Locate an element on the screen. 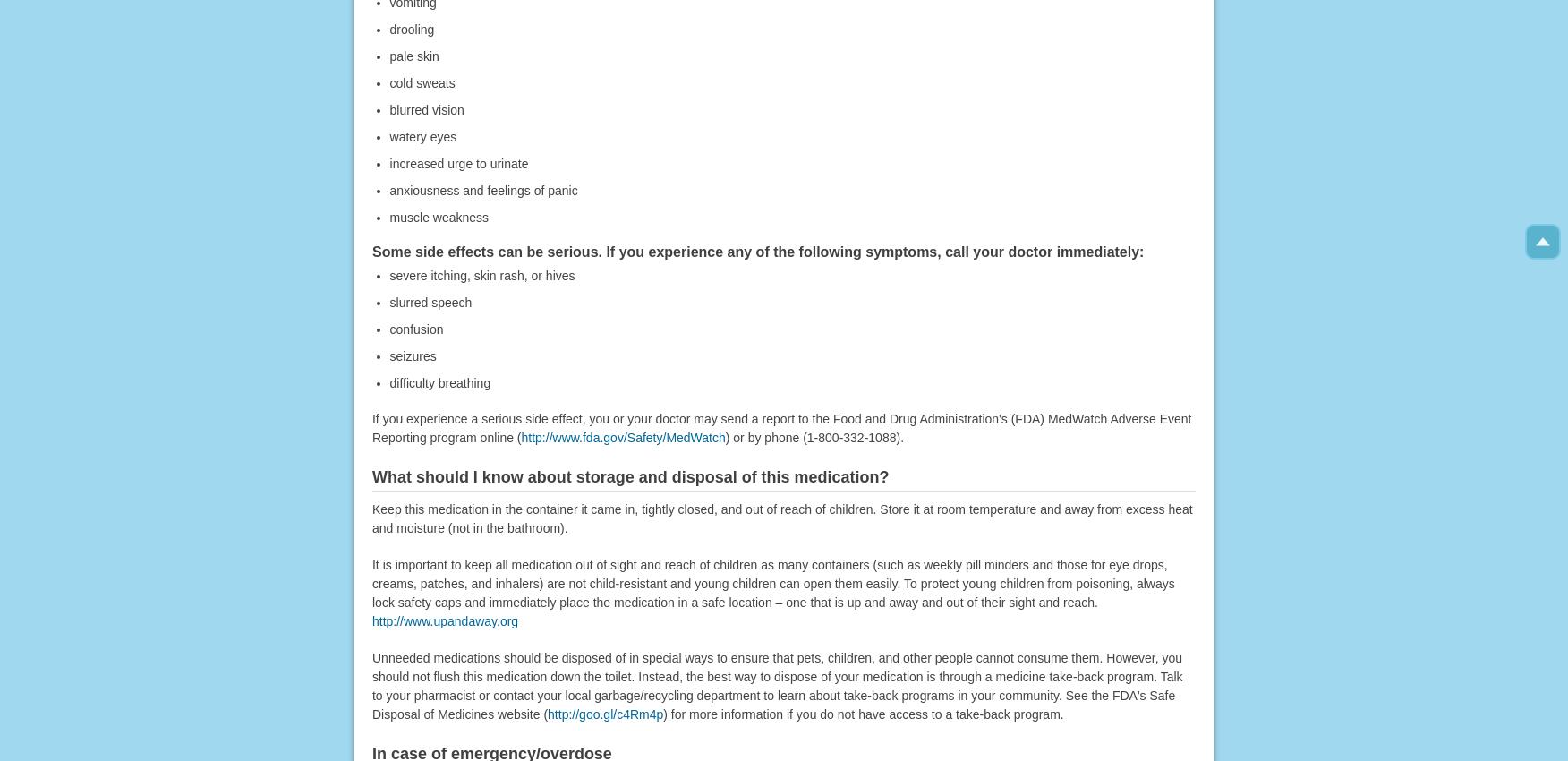 The height and width of the screenshot is (761, 1568). 'confusion' is located at coordinates (415, 328).